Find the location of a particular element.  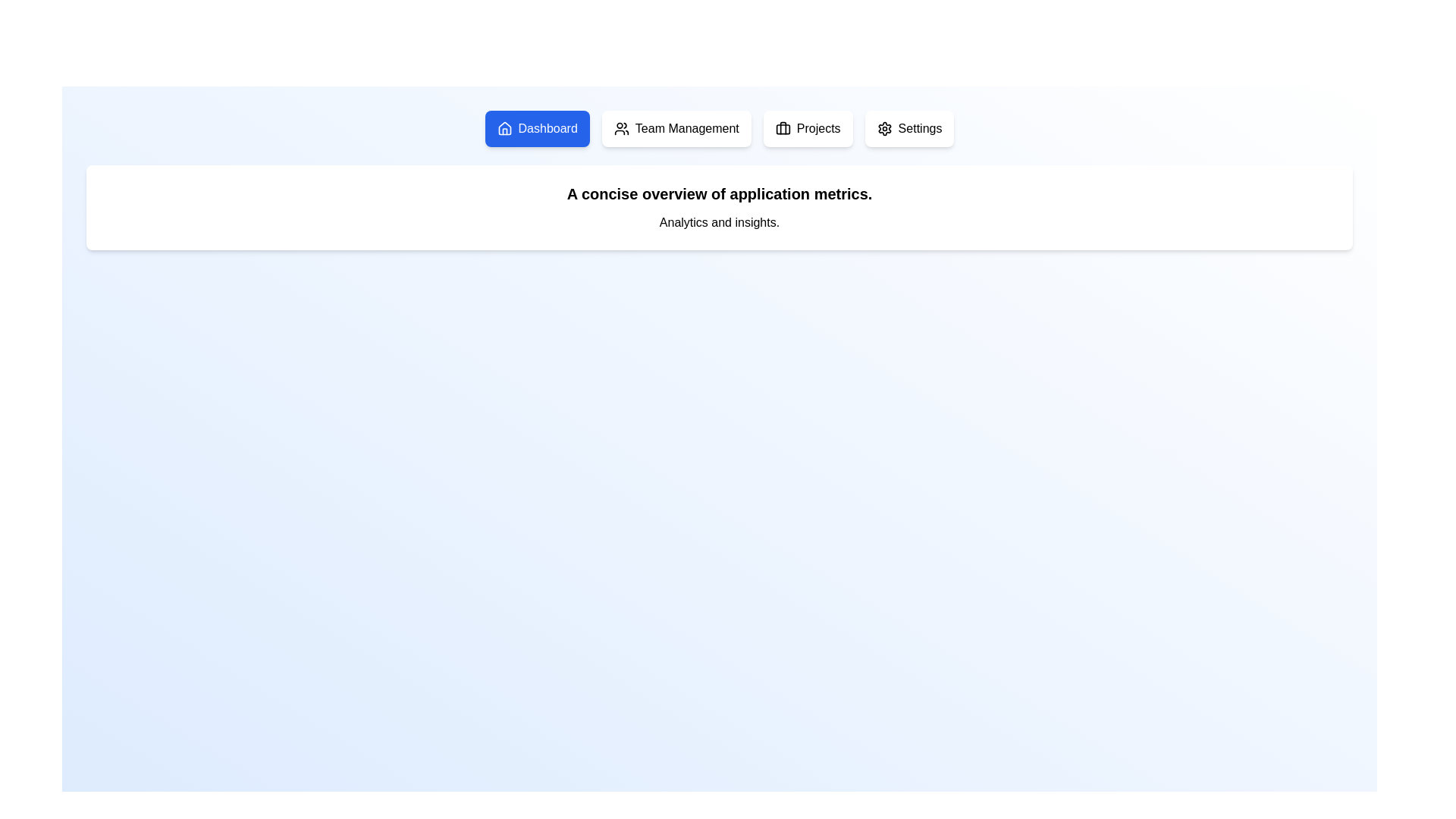

the 'Settings' text element in the navigation bar for a visual effect, which is styled with sans-serif typography and is the last option after 'Projects' is located at coordinates (919, 127).